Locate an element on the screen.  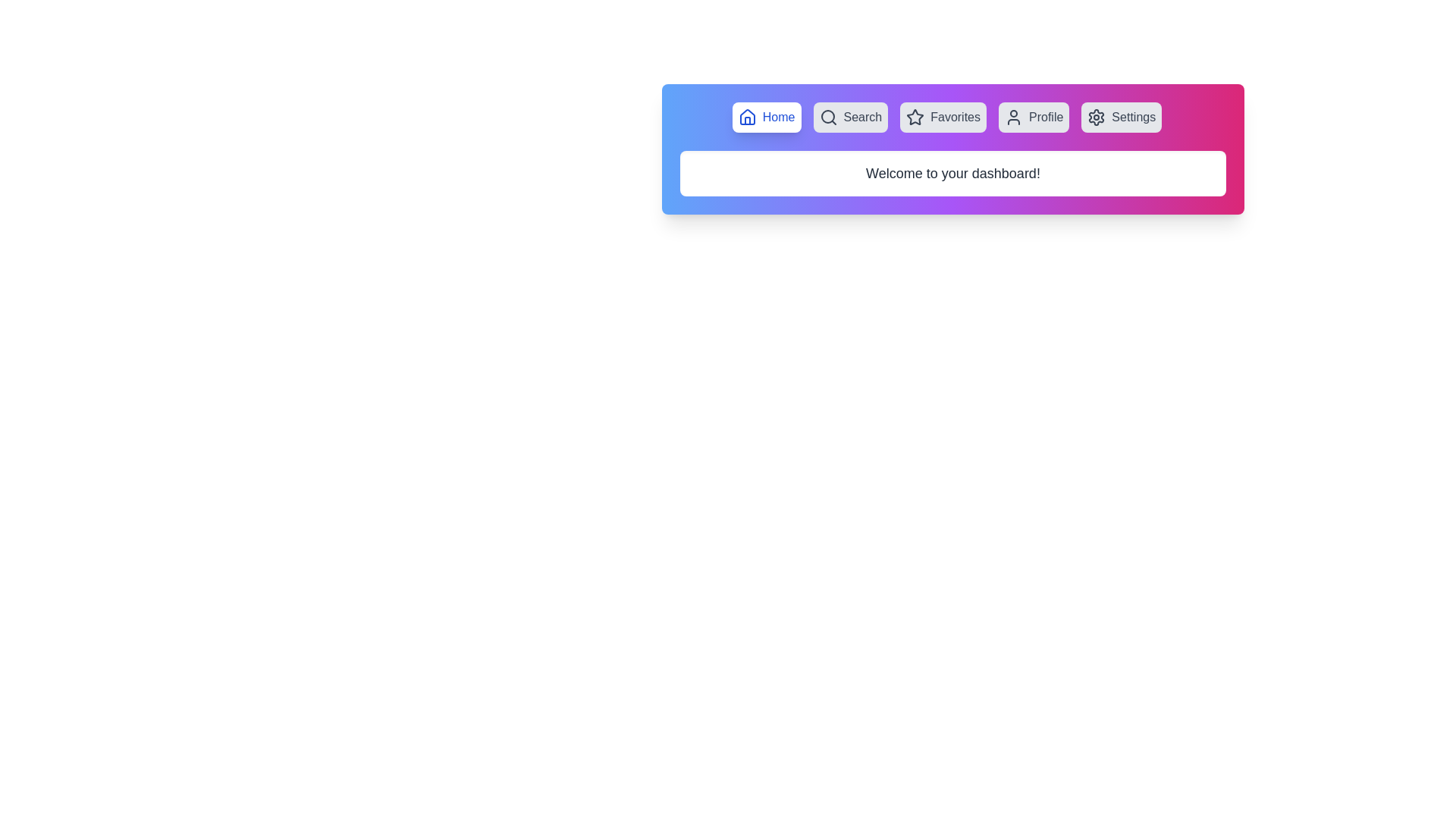
the profile navigation button located in the top right navigation bar to trigger visual feedback is located at coordinates (1033, 116).